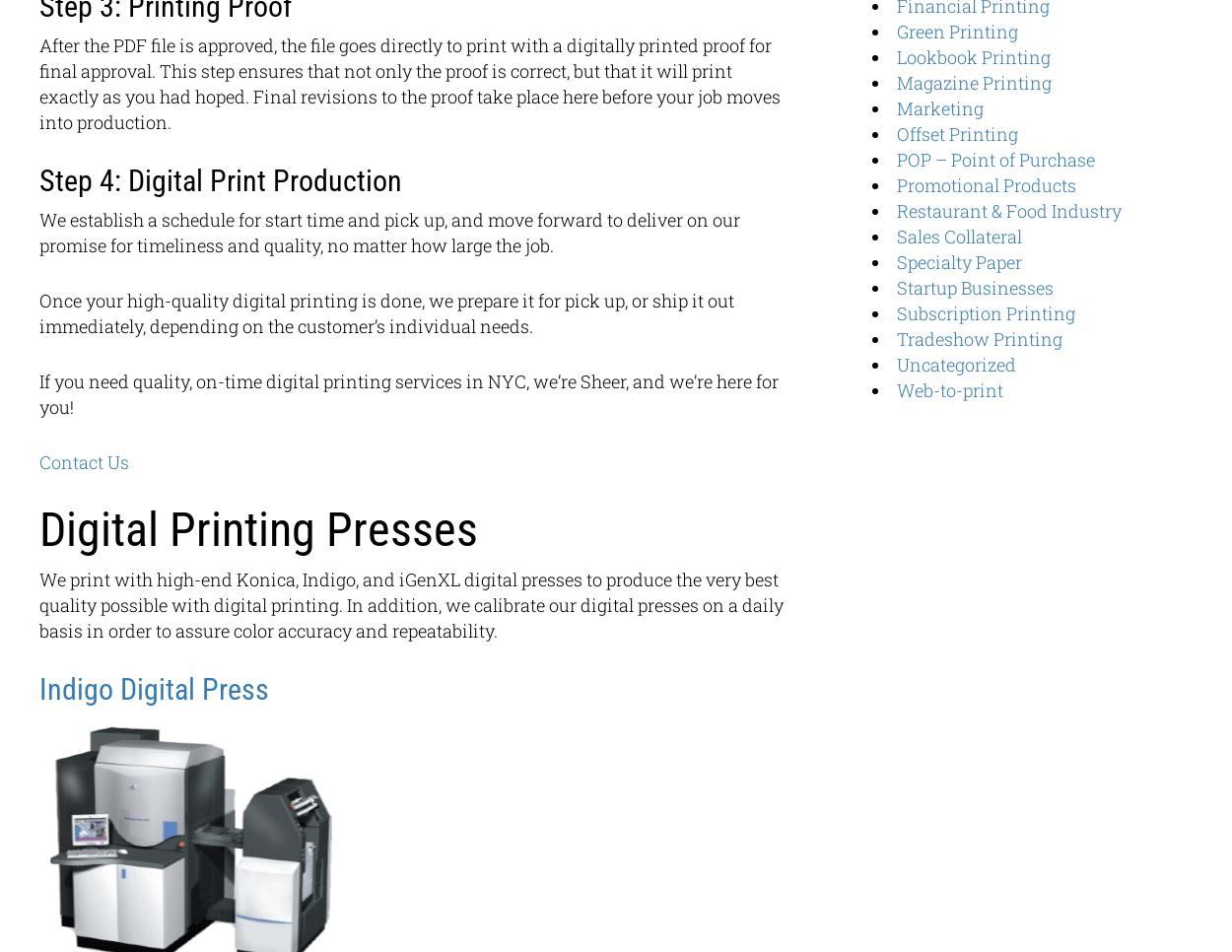 This screenshot has height=952, width=1232. What do you see at coordinates (39, 529) in the screenshot?
I see `'Digital Printing Presses'` at bounding box center [39, 529].